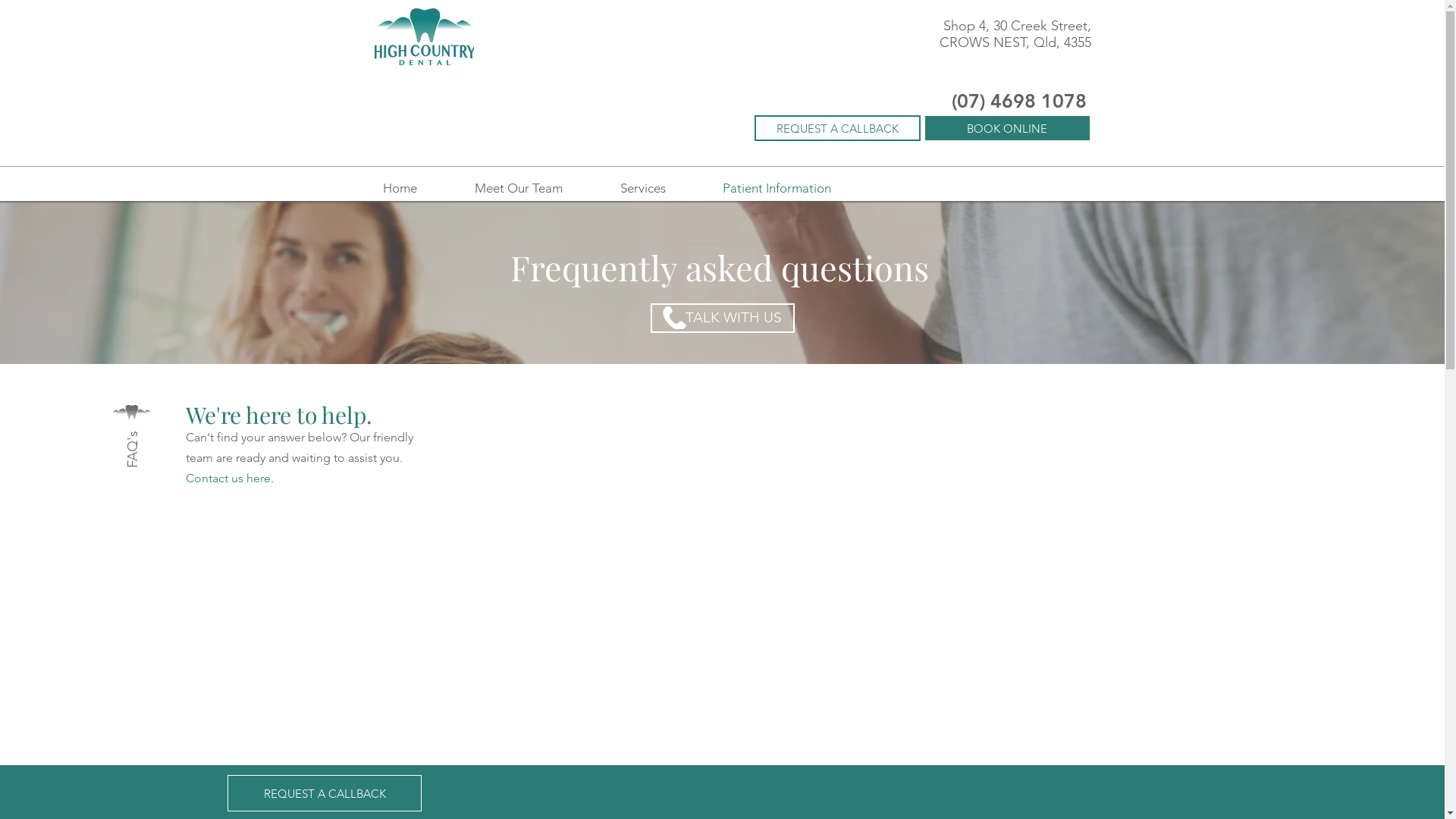 The image size is (1456, 819). I want to click on '(07) 4698 1078', so click(1018, 100).